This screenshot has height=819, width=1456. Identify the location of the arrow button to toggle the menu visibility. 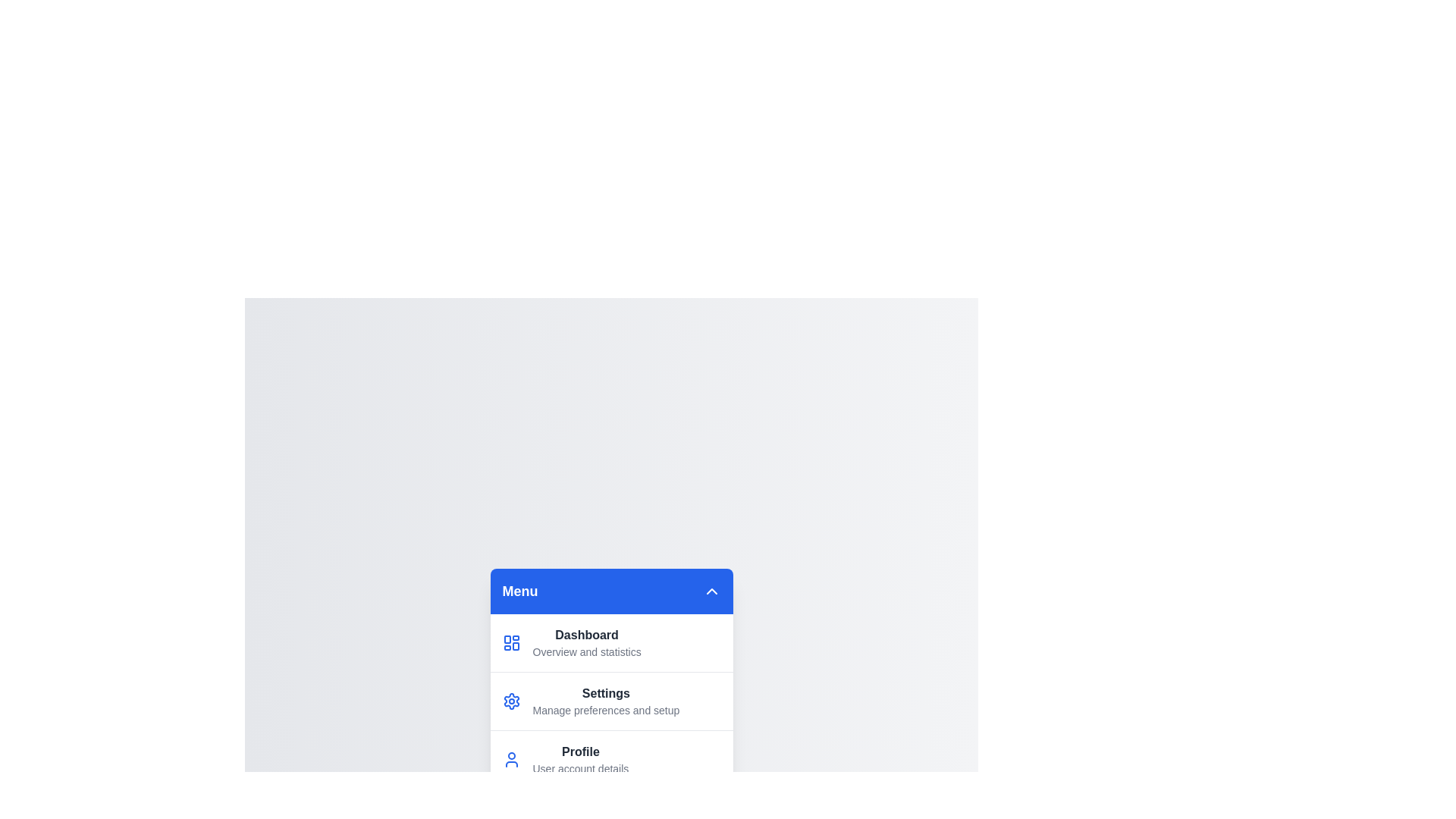
(711, 590).